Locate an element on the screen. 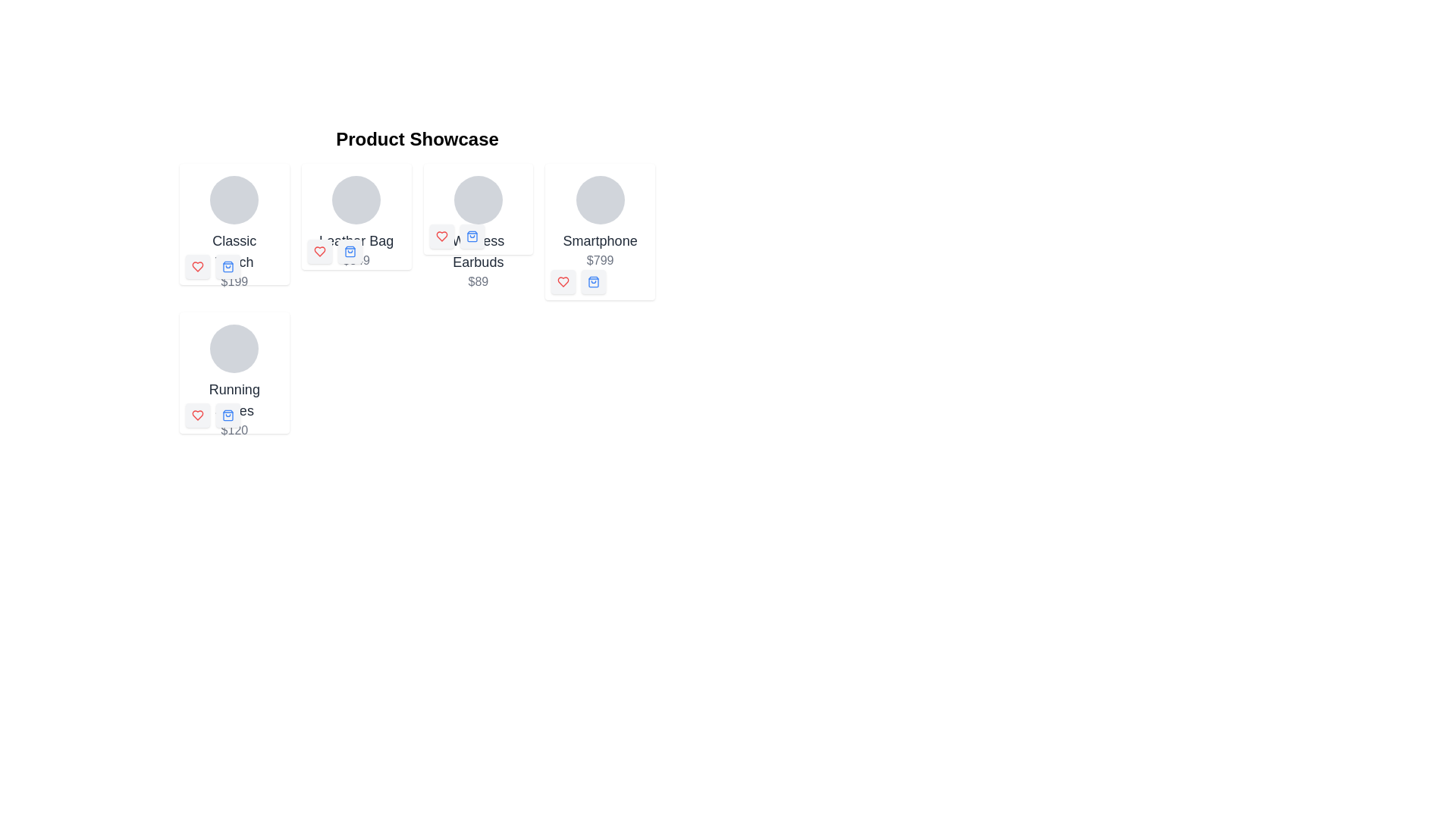 The height and width of the screenshot is (819, 1456). the 'like' icon associated with the 'Classic Watch' card, located above the price '$199' in the grid layout is located at coordinates (196, 265).